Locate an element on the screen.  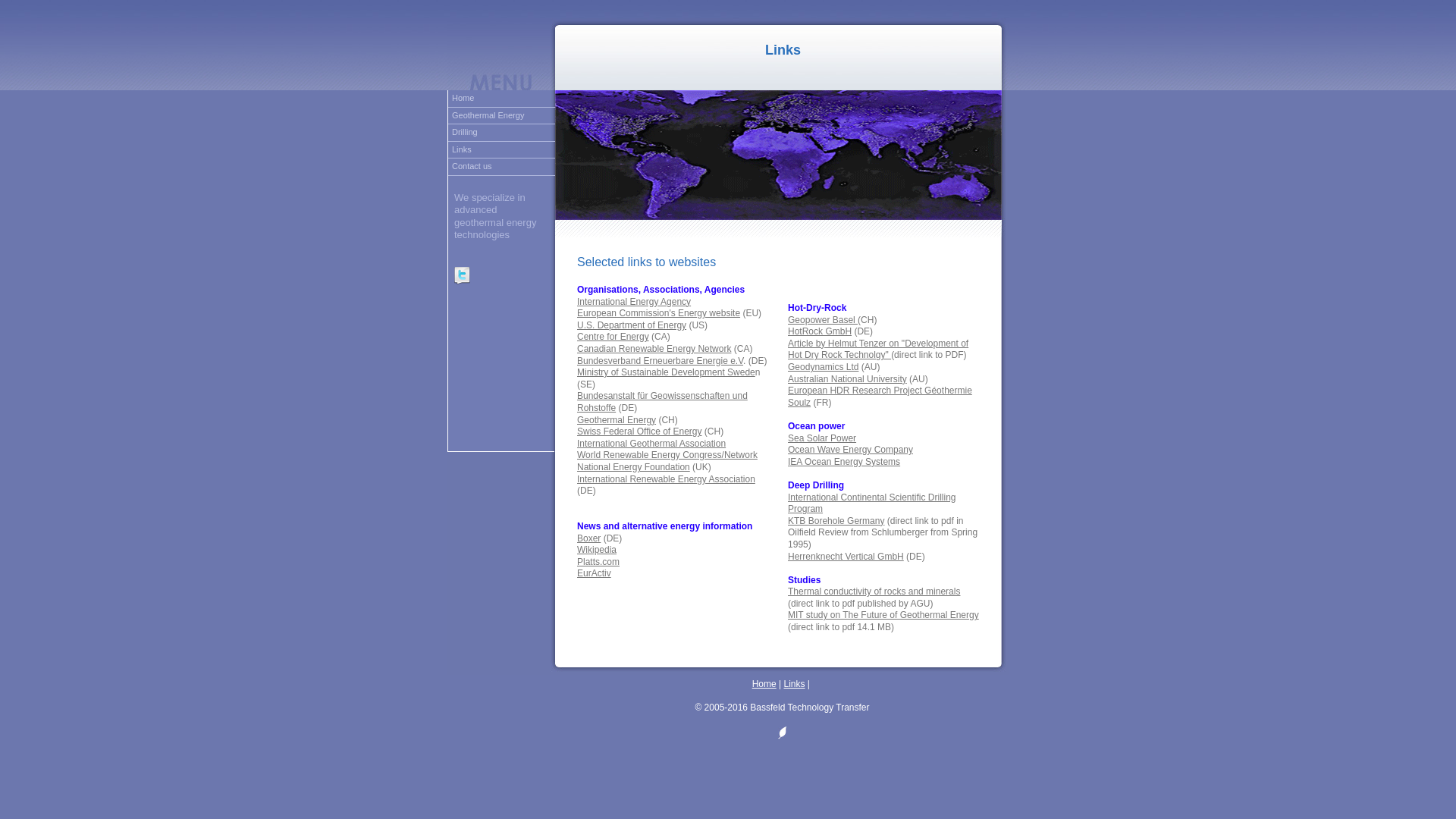
'Wikipedia' is located at coordinates (596, 550).